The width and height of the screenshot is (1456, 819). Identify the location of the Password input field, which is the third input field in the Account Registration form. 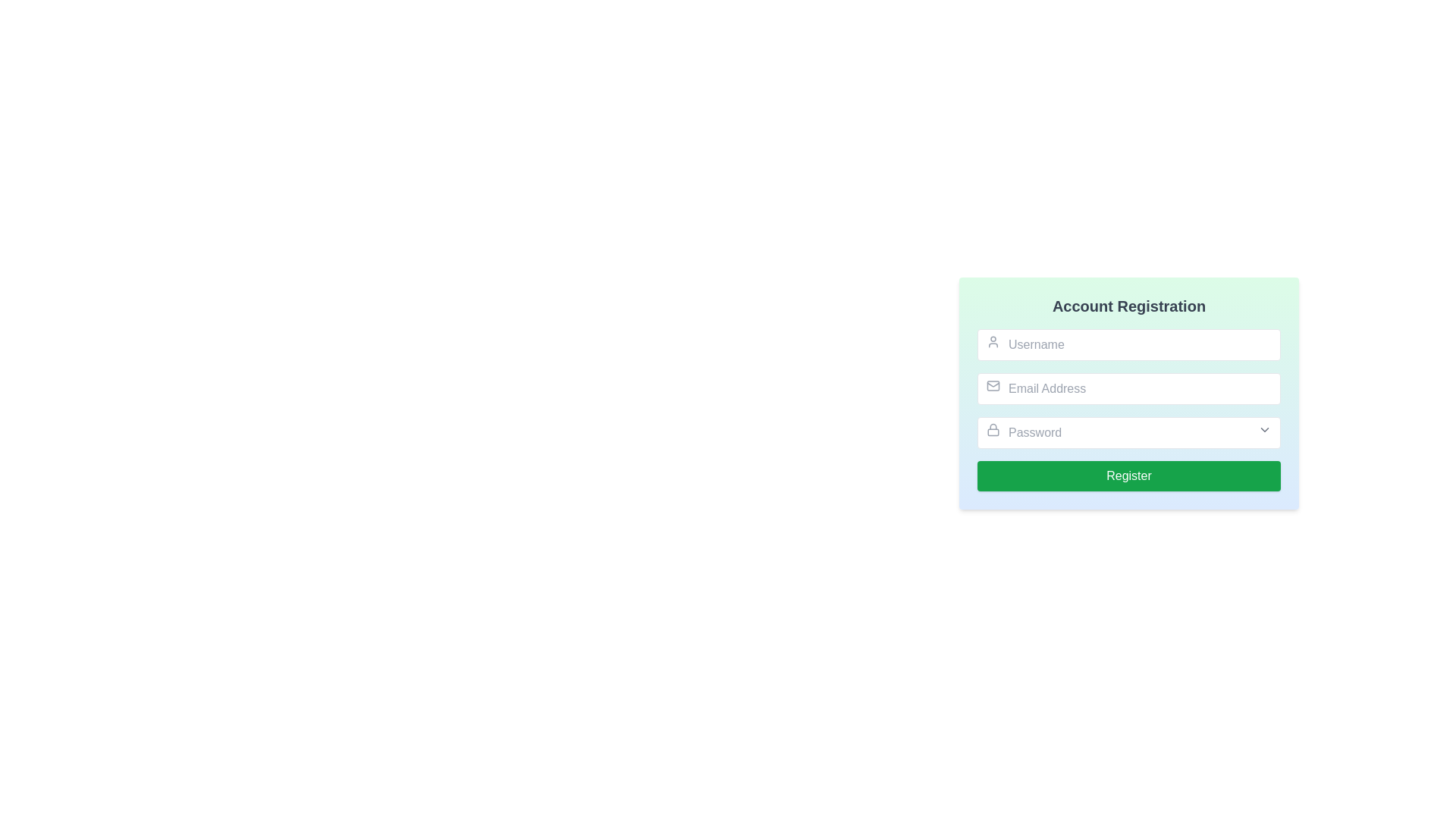
(1128, 432).